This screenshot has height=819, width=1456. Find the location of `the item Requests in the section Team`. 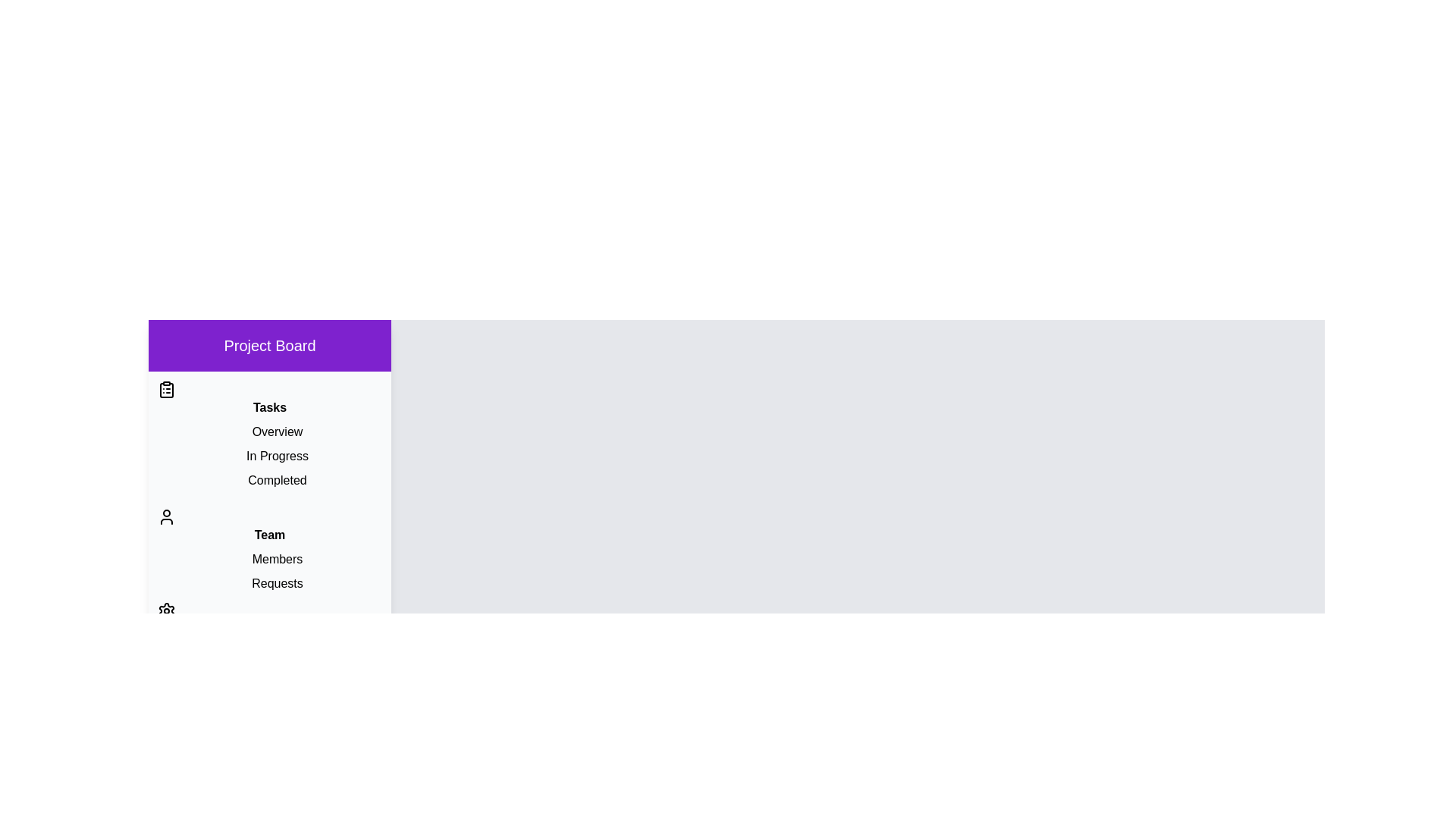

the item Requests in the section Team is located at coordinates (269, 583).